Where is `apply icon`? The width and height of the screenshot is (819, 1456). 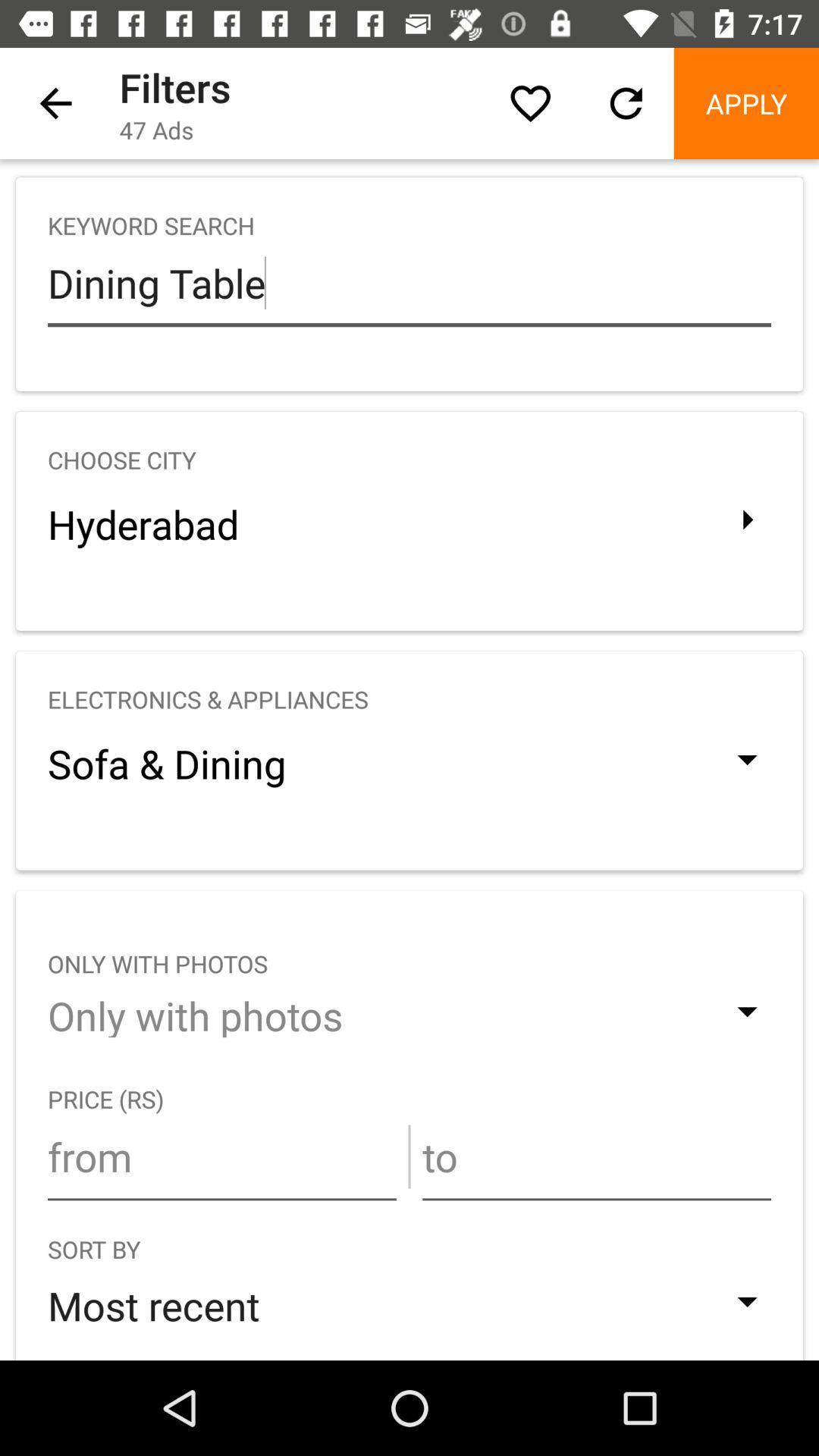
apply icon is located at coordinates (745, 102).